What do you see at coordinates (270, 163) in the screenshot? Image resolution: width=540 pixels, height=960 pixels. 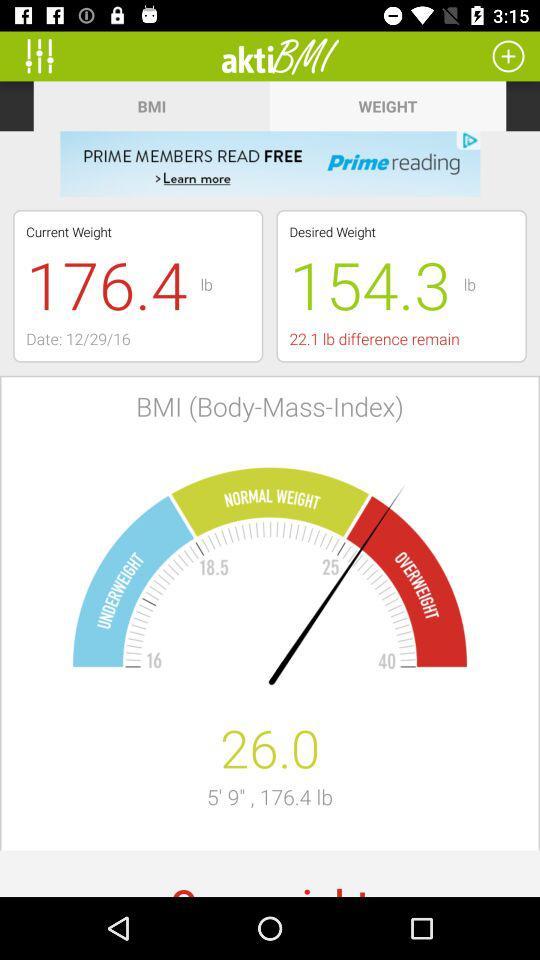 I see `item above the current weight item` at bounding box center [270, 163].